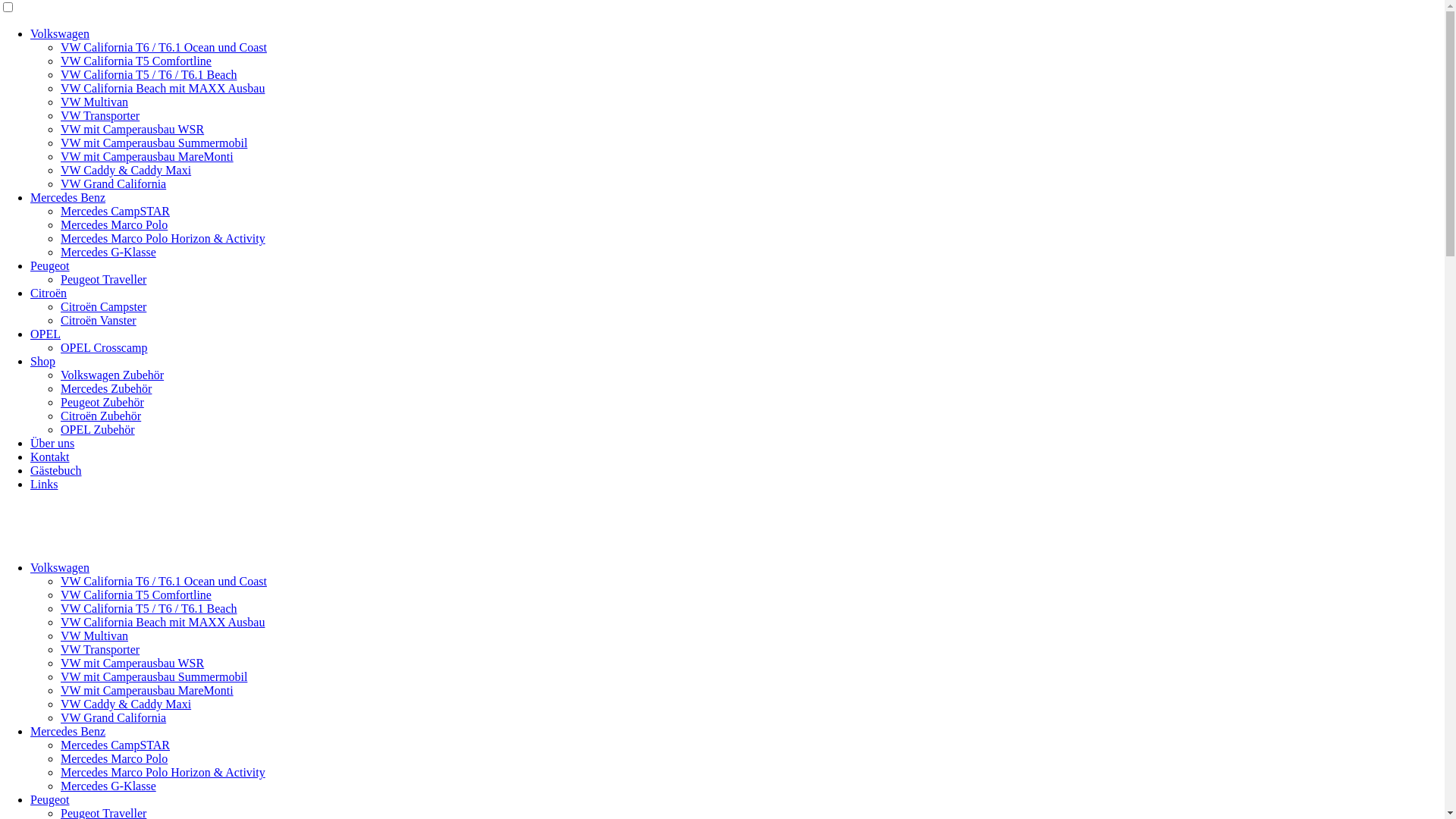  Describe the element at coordinates (61, 744) in the screenshot. I see `'Mercedes CampSTAR'` at that location.